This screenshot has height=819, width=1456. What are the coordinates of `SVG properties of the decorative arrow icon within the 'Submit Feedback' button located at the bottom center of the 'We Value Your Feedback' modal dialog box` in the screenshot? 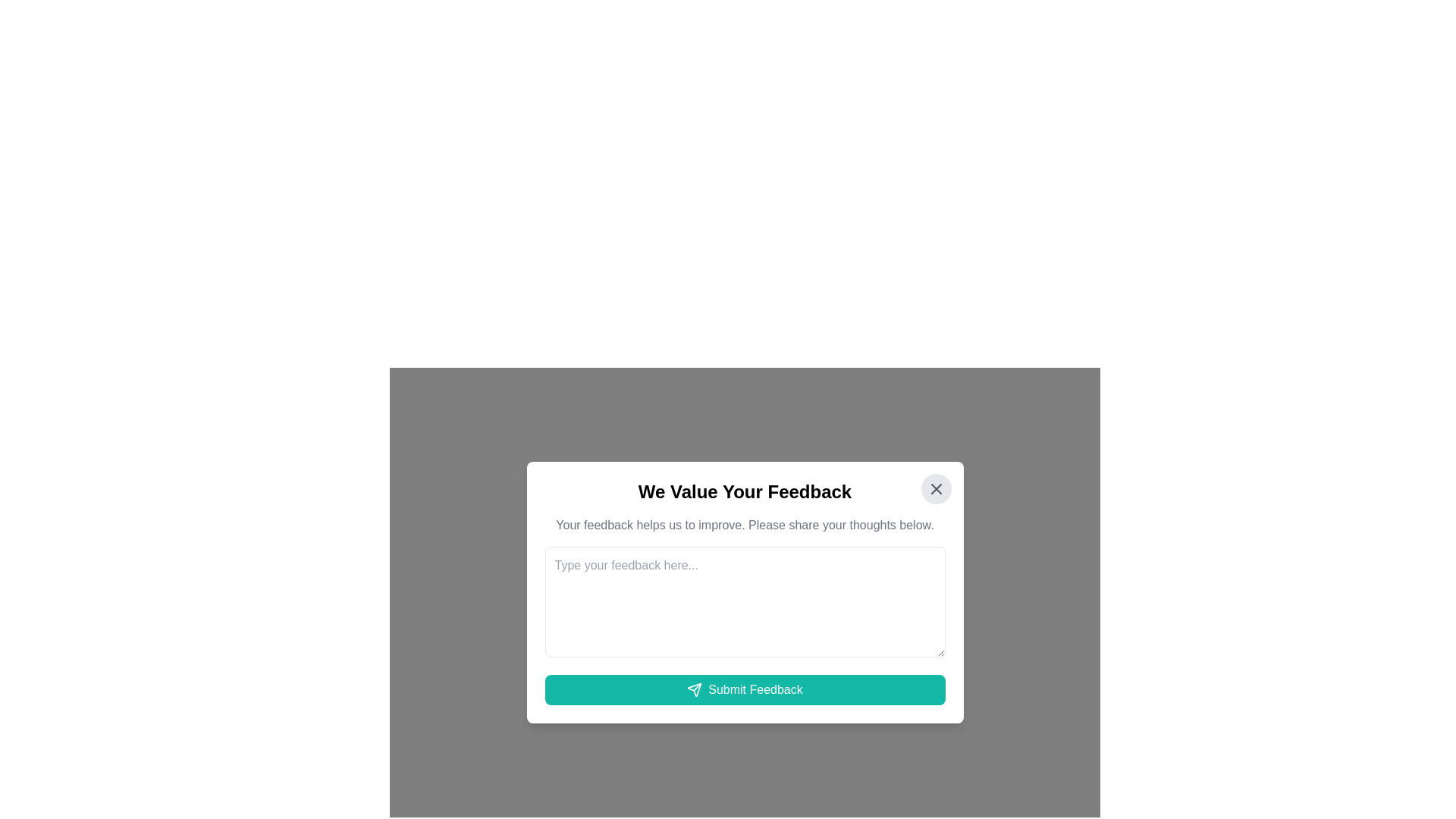 It's located at (694, 690).